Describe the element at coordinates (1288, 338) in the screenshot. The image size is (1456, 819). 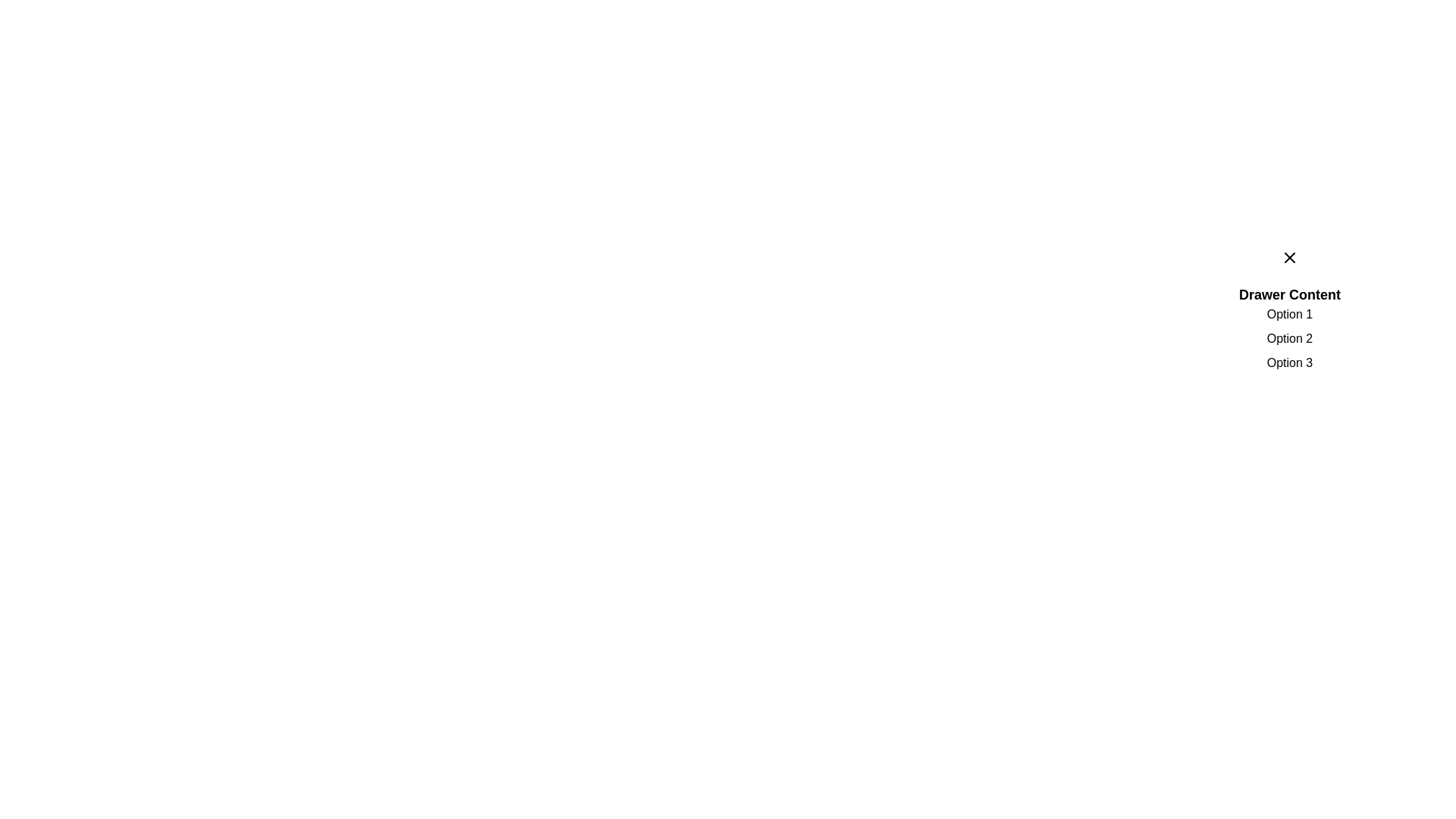
I see `the 'Option 2' button in the vertical menu` at that location.